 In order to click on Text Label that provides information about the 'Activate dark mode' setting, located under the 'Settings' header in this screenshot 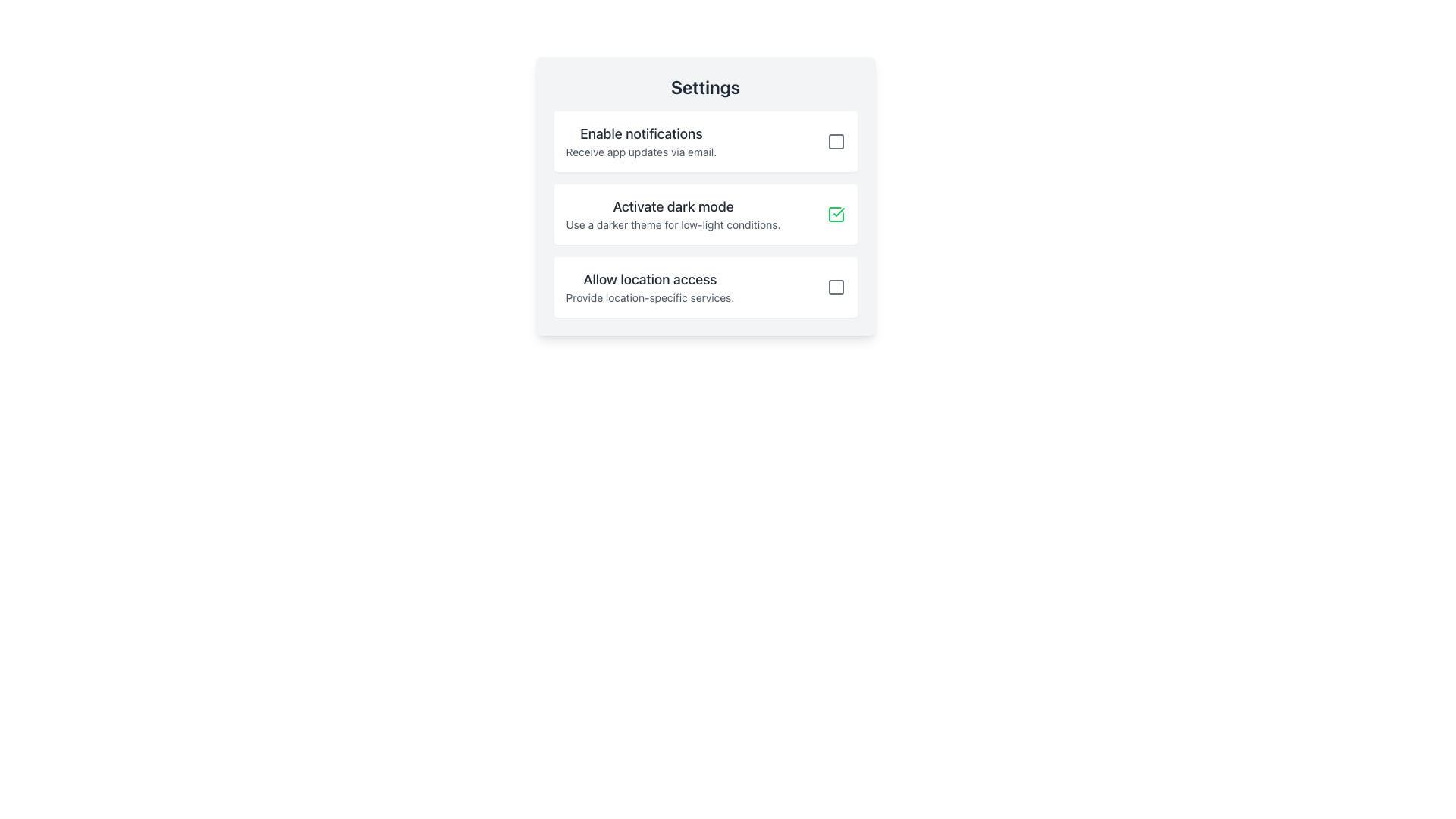, I will do `click(673, 214)`.